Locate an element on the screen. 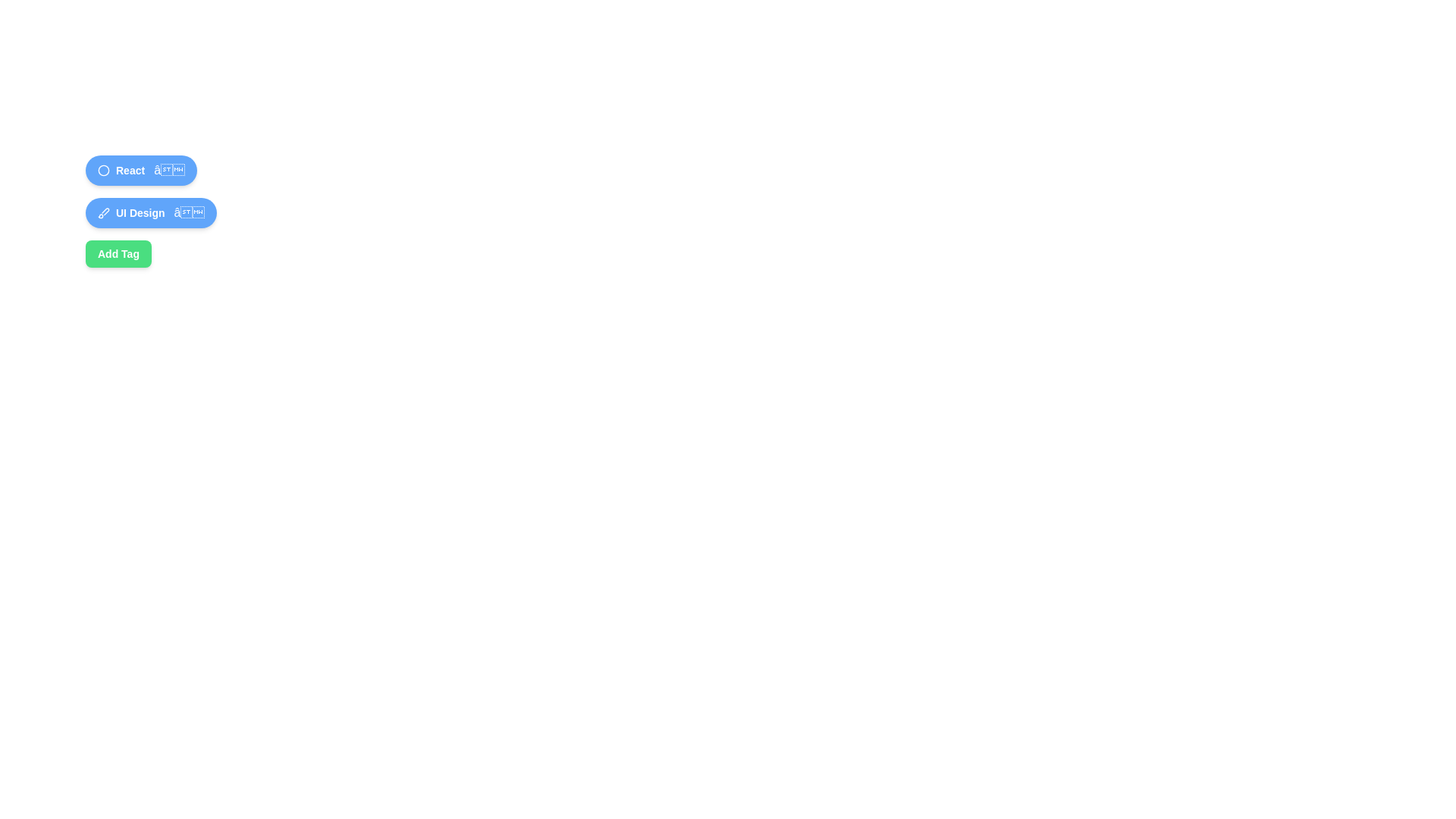 The image size is (1456, 819). the remove button of the chip labeled UI Design is located at coordinates (188, 213).